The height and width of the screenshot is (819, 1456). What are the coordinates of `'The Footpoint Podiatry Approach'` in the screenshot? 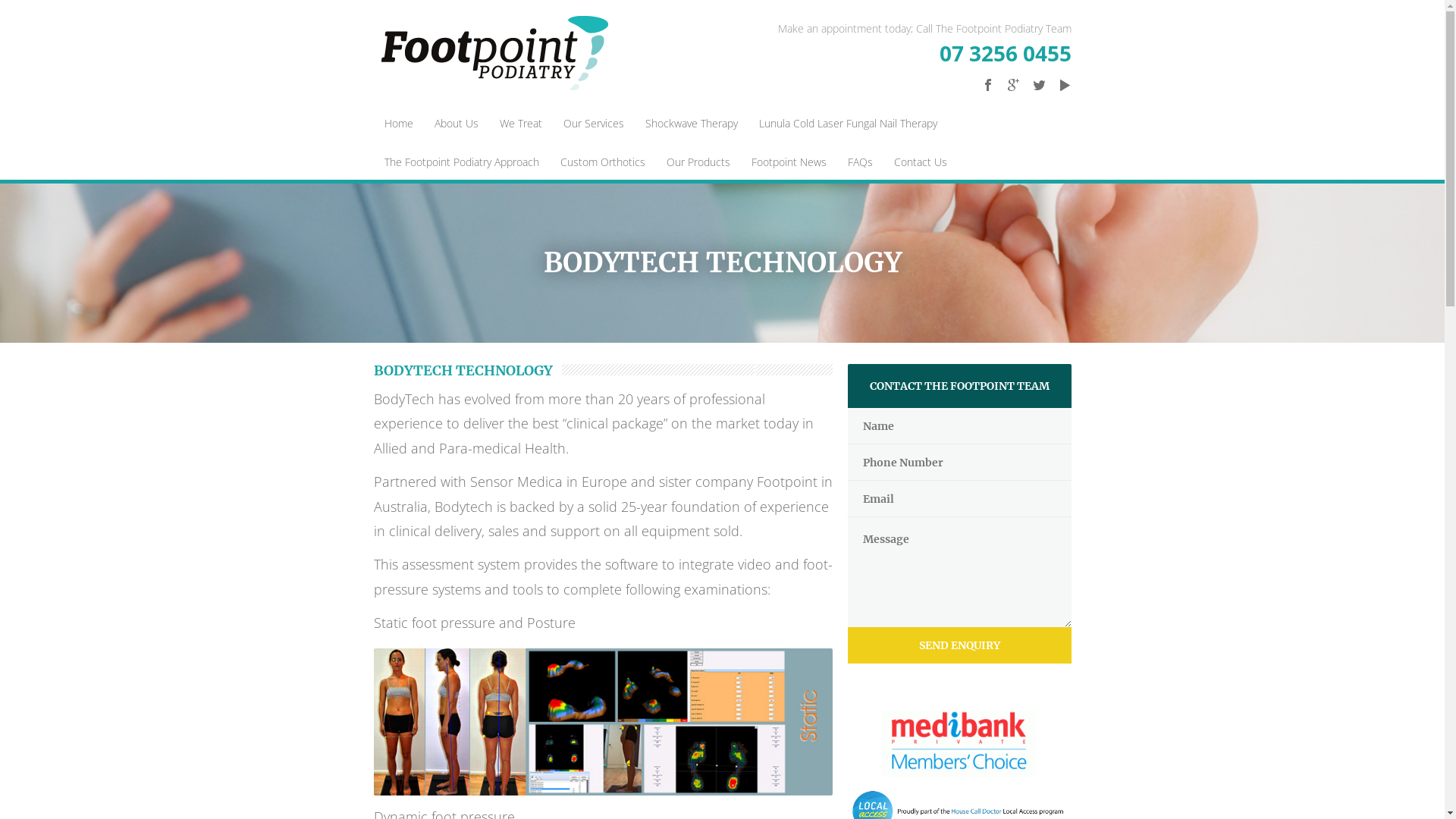 It's located at (460, 164).